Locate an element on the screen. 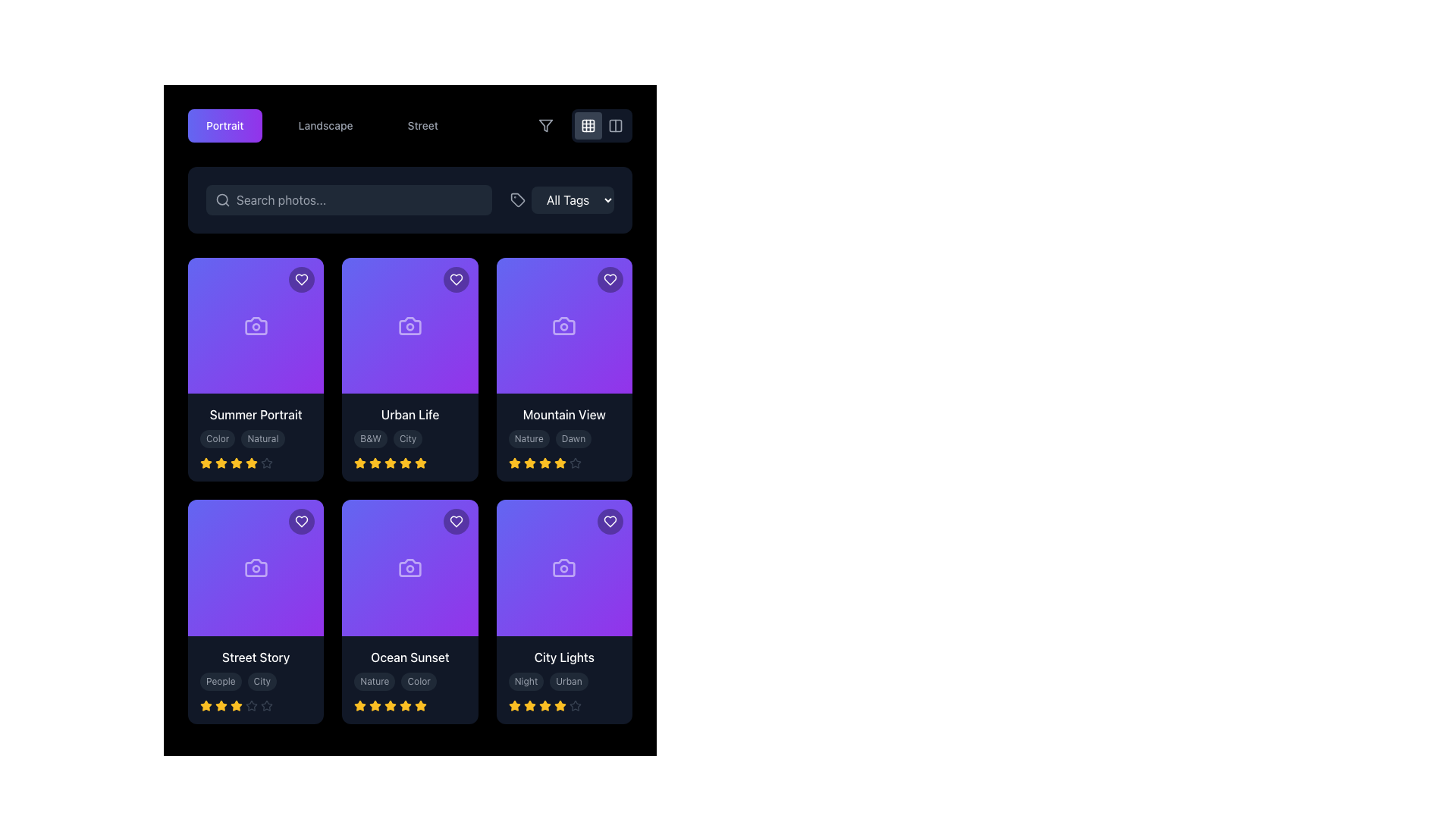 The image size is (1456, 819). the tag labeled 'Dawn' located in the card labeled 'Mountain View' in the third column of the first row, which is the second tag next to 'Nature' is located at coordinates (573, 439).